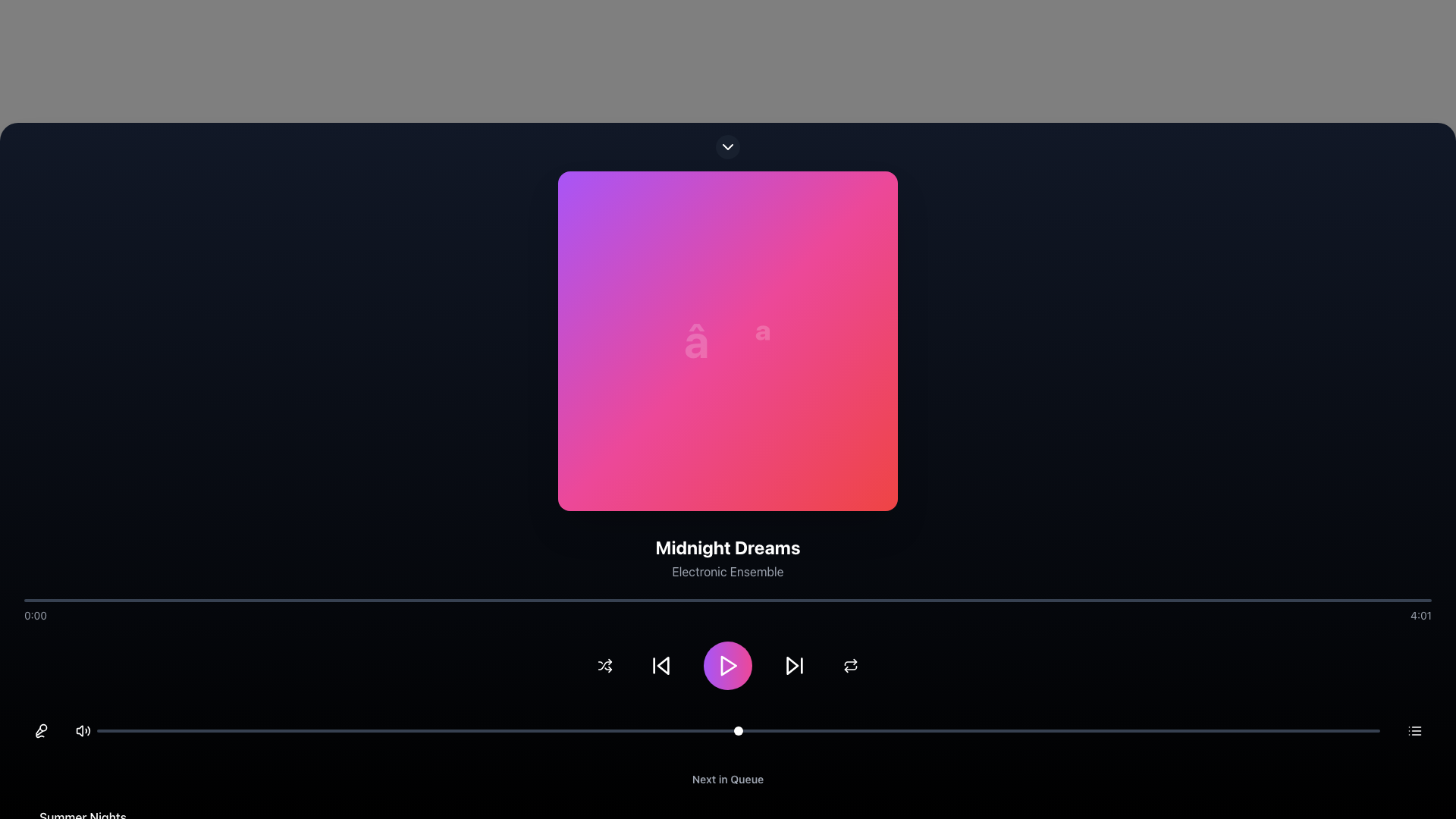  I want to click on the button with a backward arrow icon, located in the bottom control section, second from the left, so click(661, 665).